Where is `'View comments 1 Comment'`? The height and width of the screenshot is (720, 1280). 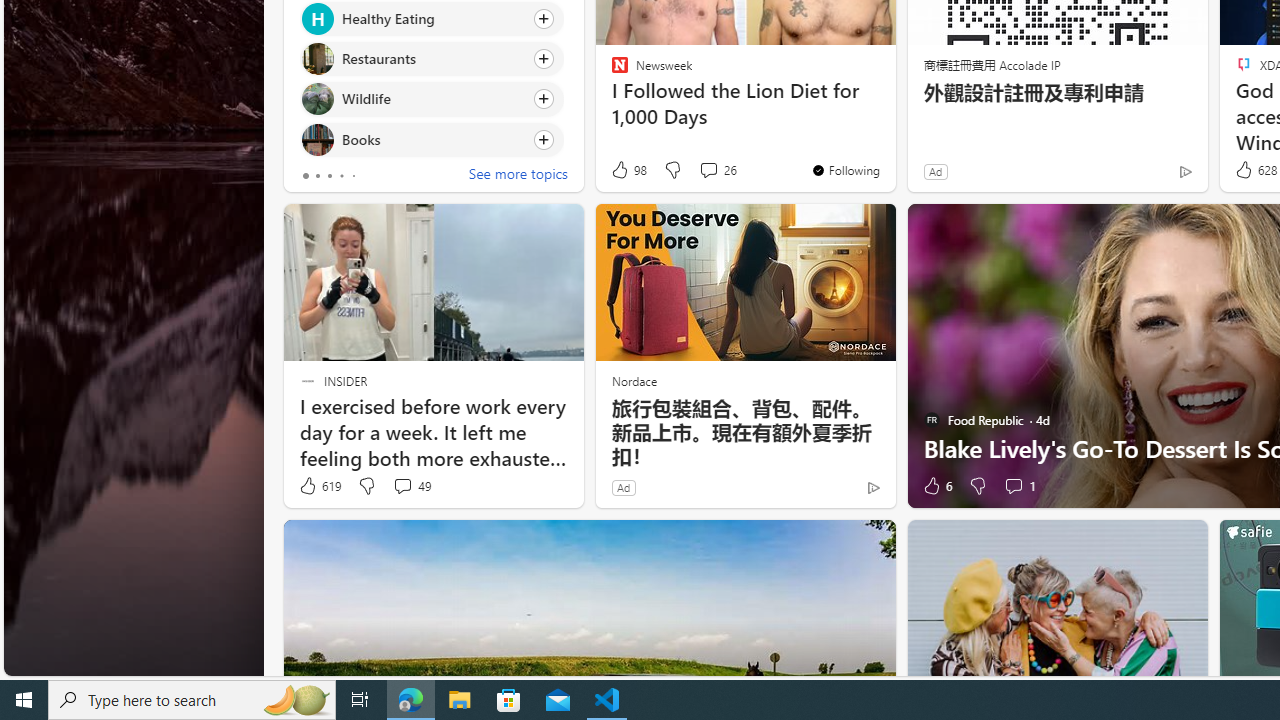 'View comments 1 Comment' is located at coordinates (1019, 486).